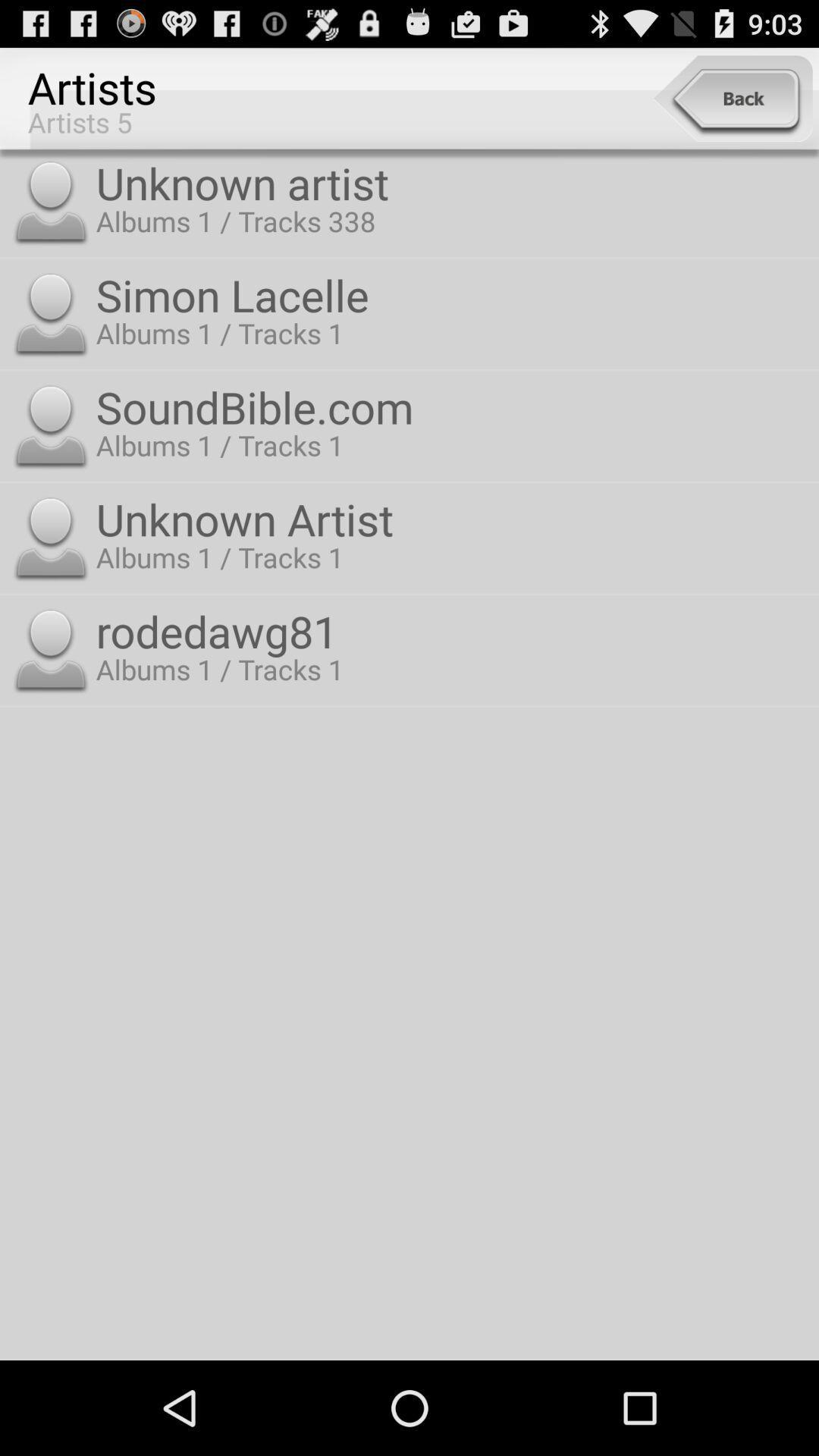 This screenshot has width=819, height=1456. Describe the element at coordinates (453, 406) in the screenshot. I see `item above the unknown artist icon` at that location.